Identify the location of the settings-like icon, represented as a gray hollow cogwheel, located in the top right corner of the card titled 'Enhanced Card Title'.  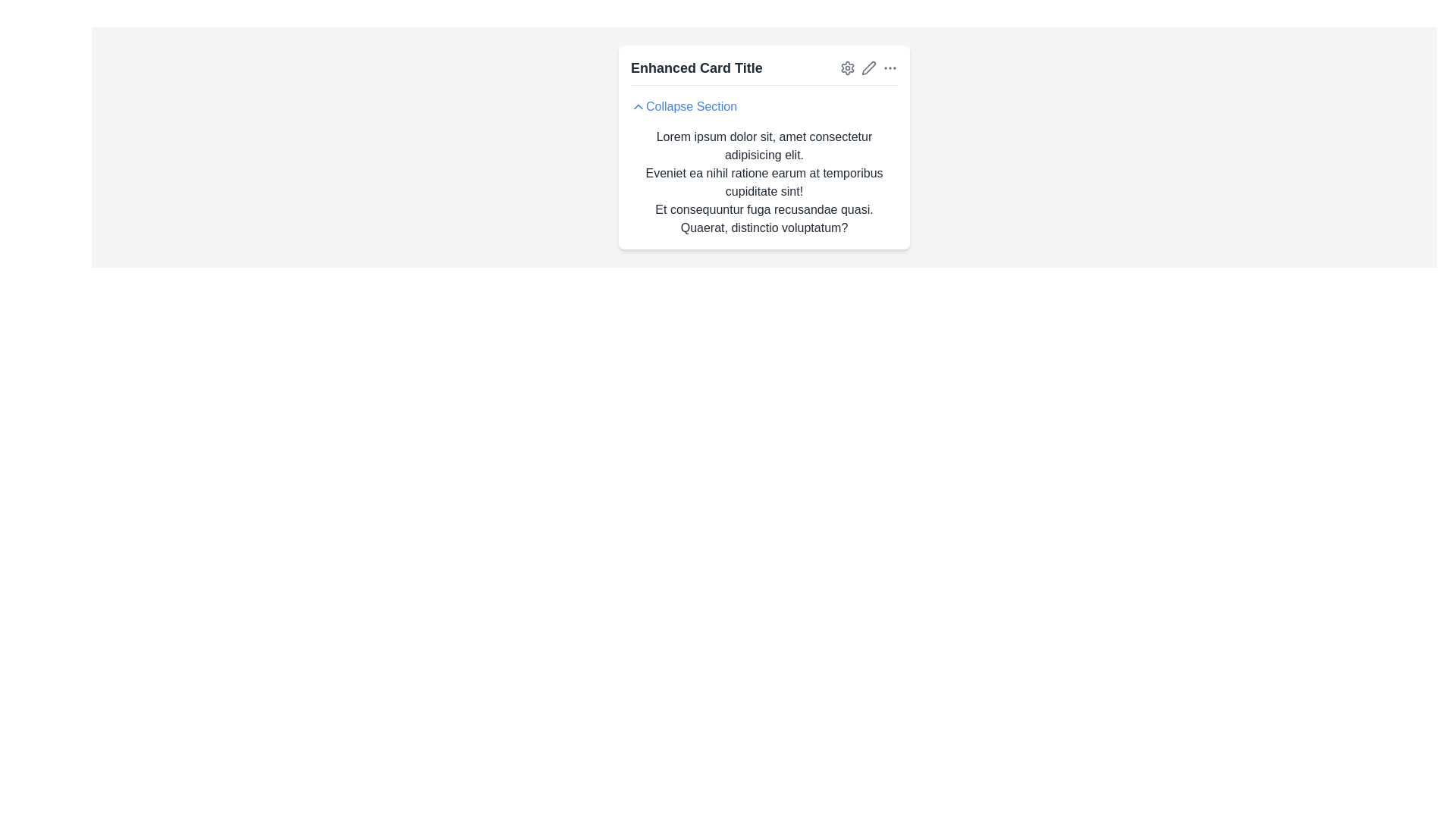
(847, 67).